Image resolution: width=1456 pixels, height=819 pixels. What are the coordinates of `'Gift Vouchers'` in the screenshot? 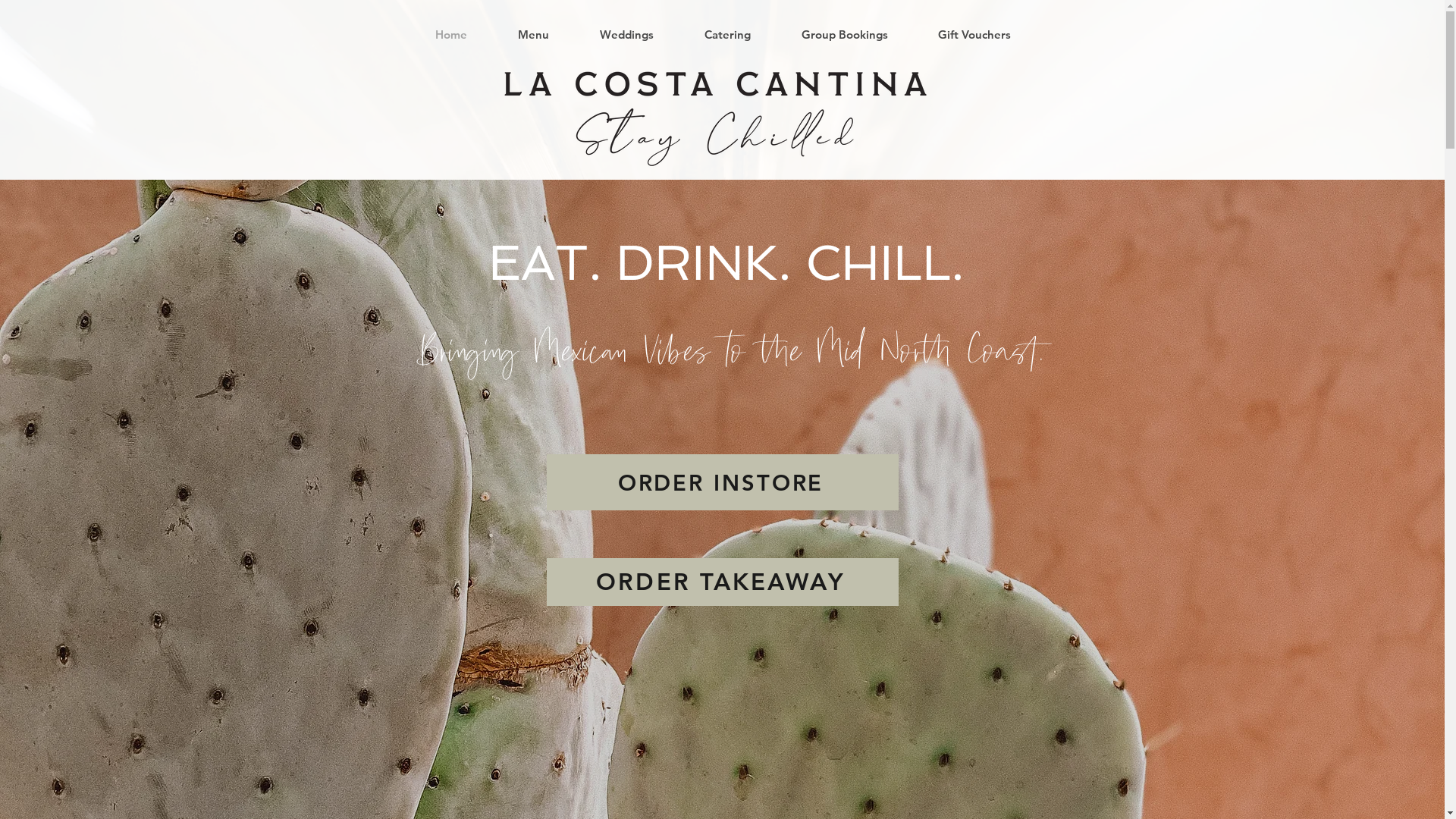 It's located at (974, 34).